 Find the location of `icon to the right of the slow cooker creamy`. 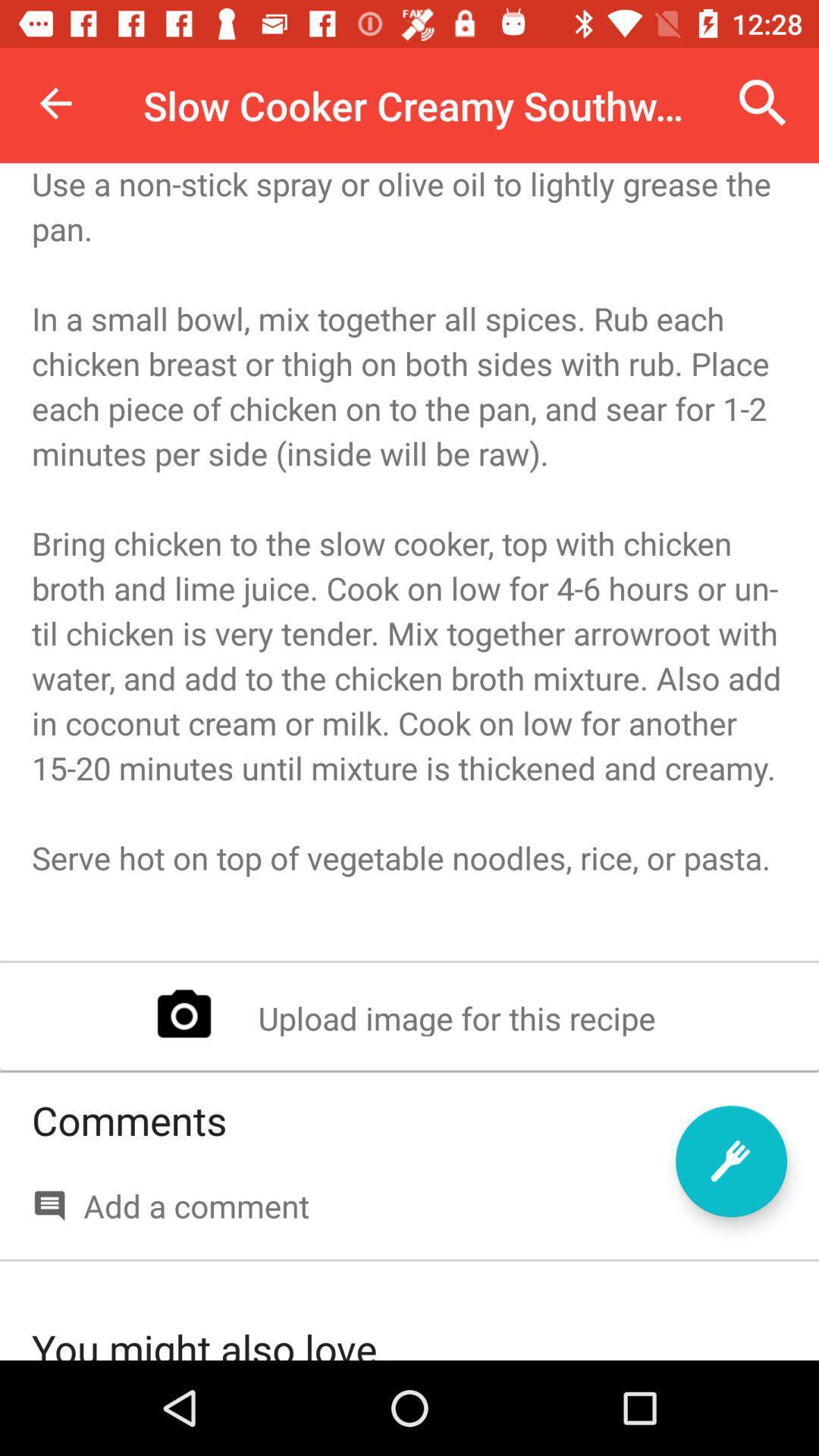

icon to the right of the slow cooker creamy is located at coordinates (763, 102).